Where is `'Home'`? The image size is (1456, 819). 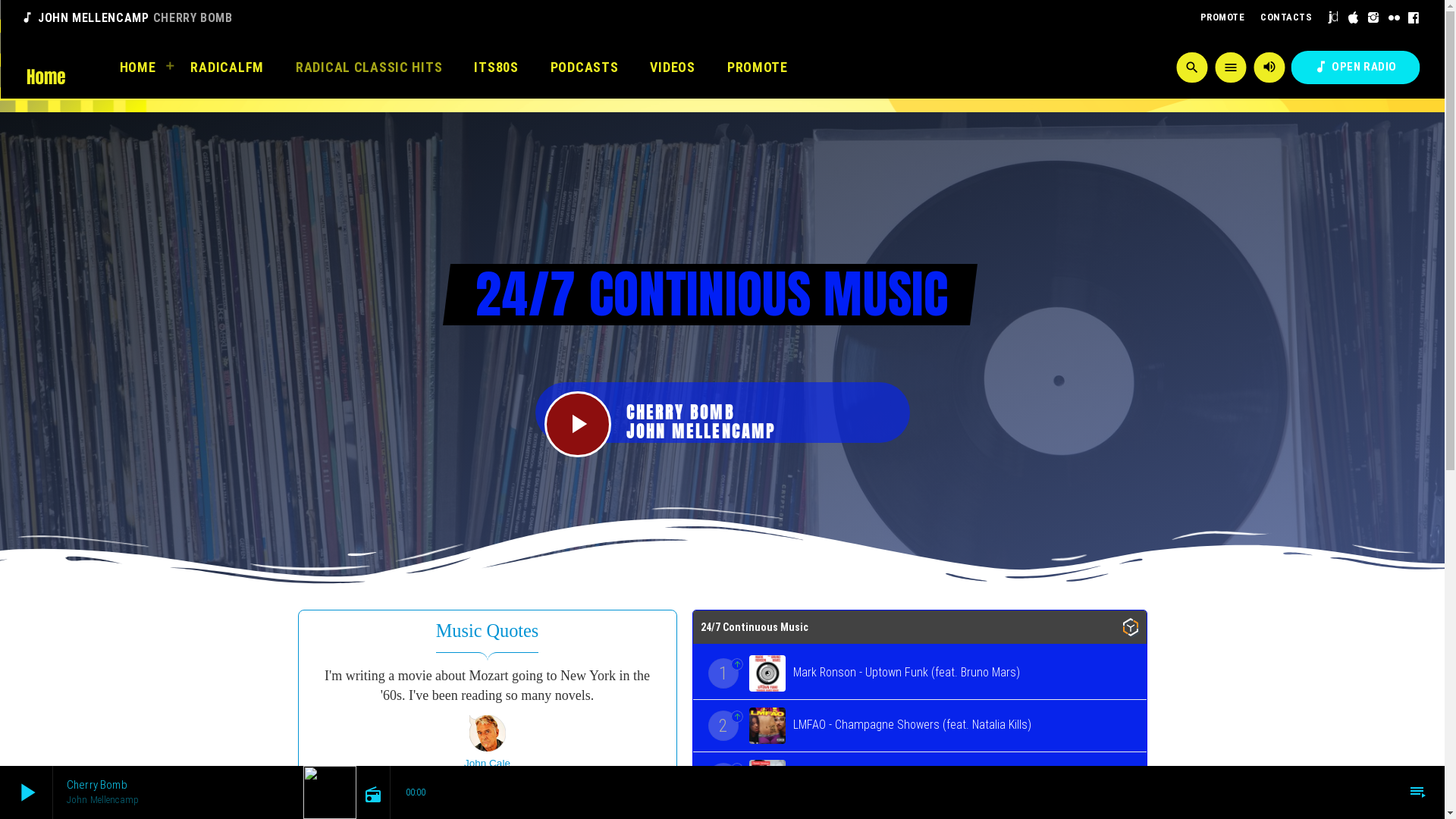
'Home' is located at coordinates (26, 66).